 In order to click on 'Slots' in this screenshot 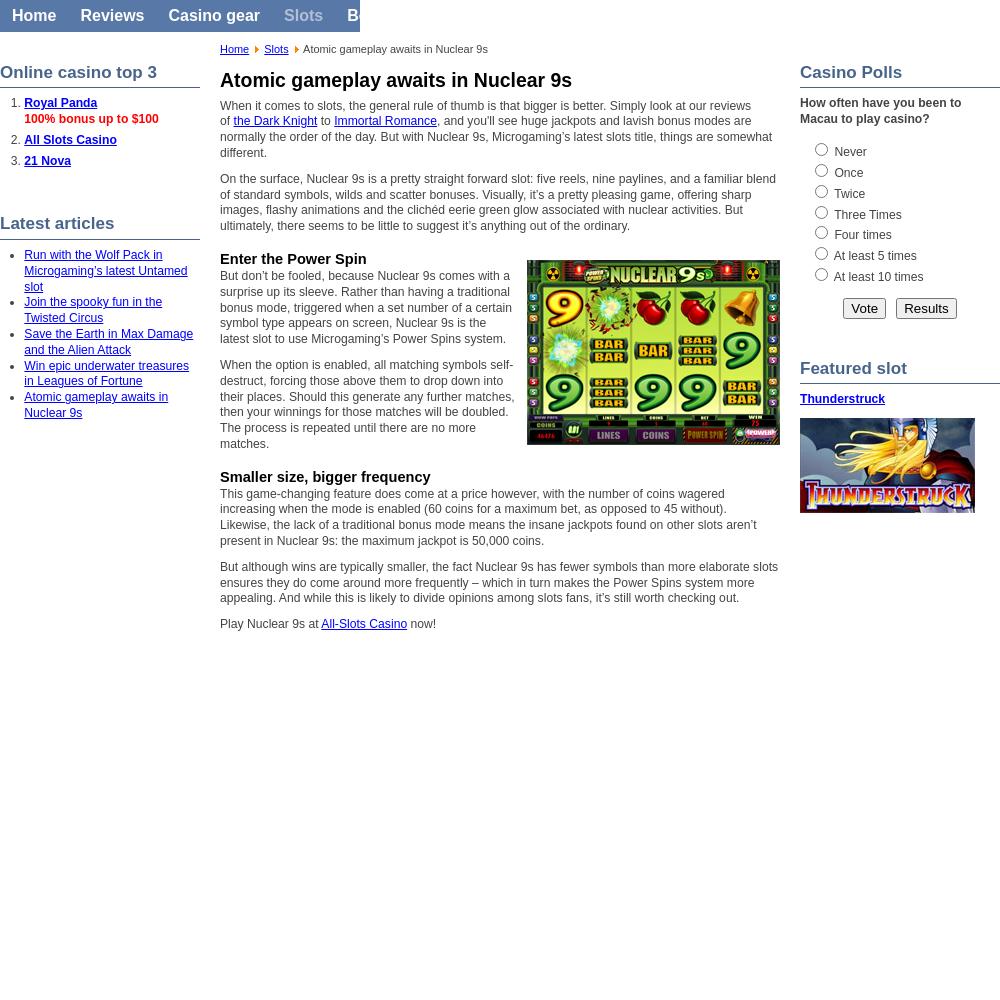, I will do `click(264, 49)`.